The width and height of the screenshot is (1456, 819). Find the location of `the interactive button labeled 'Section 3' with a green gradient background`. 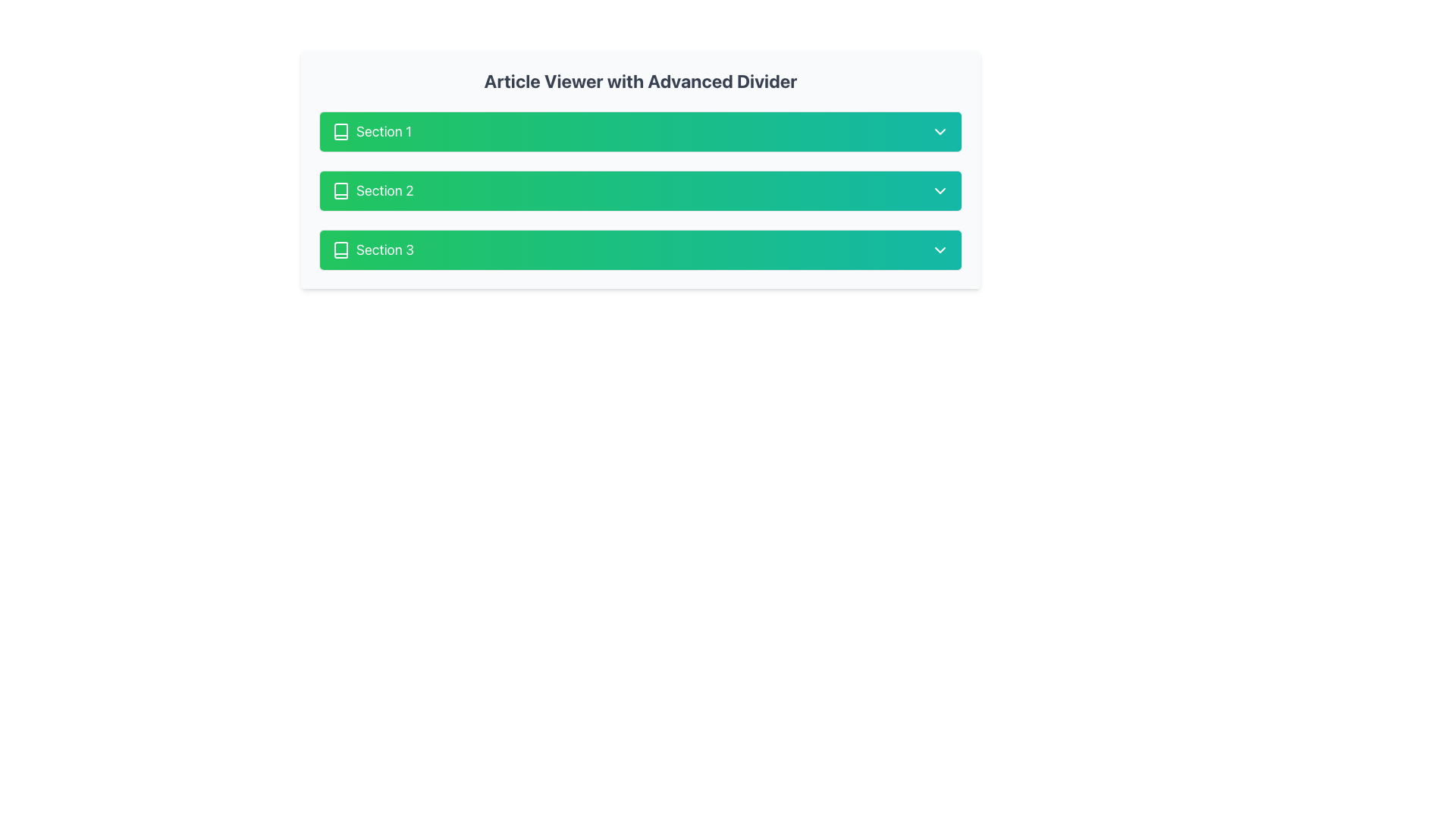

the interactive button labeled 'Section 3' with a green gradient background is located at coordinates (640, 249).